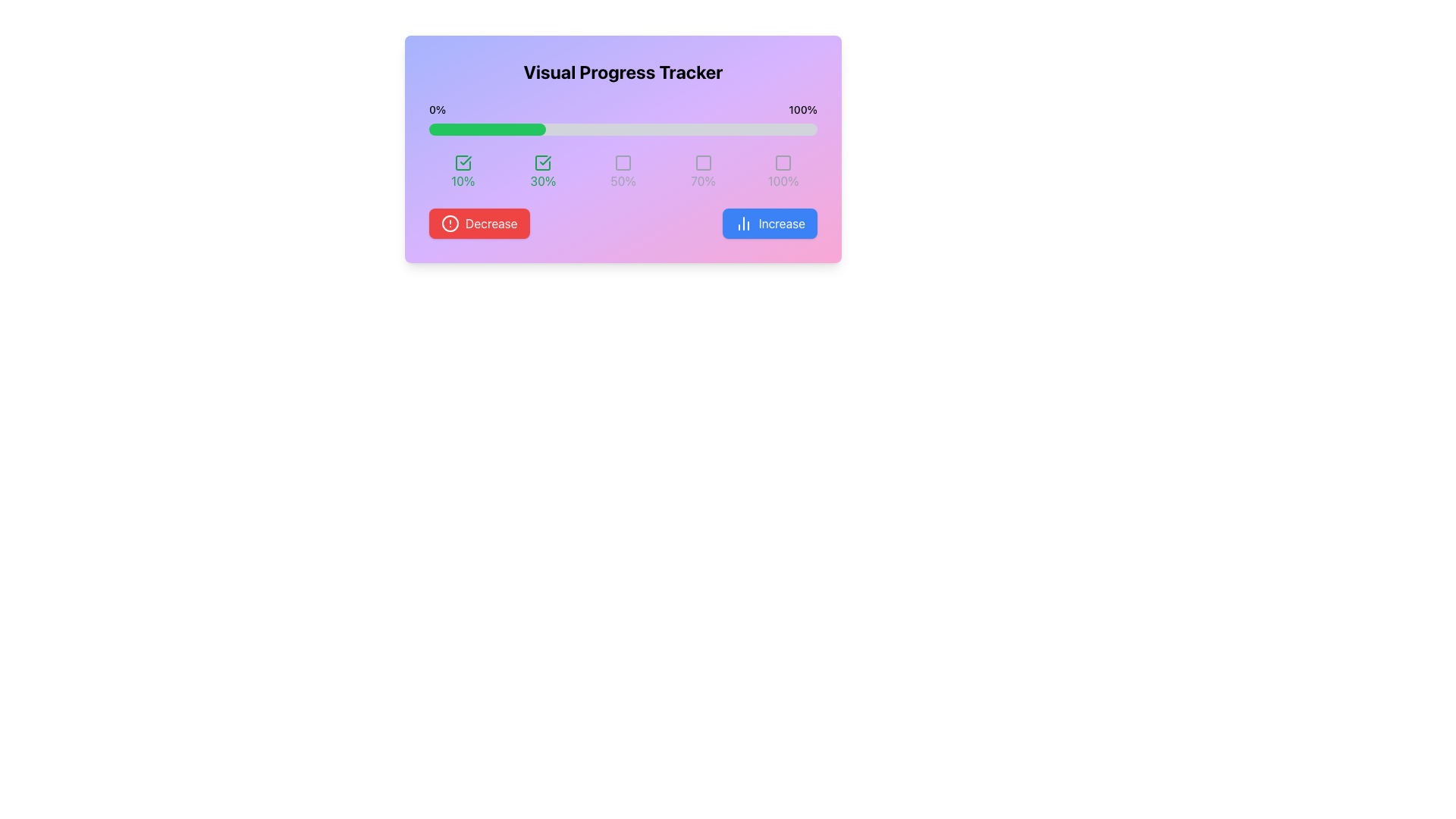 The height and width of the screenshot is (819, 1456). Describe the element at coordinates (545, 161) in the screenshot. I see `the green check mark icon, which is the second element in the horizontal sequence of progress indicators within the progress tracker panel` at that location.